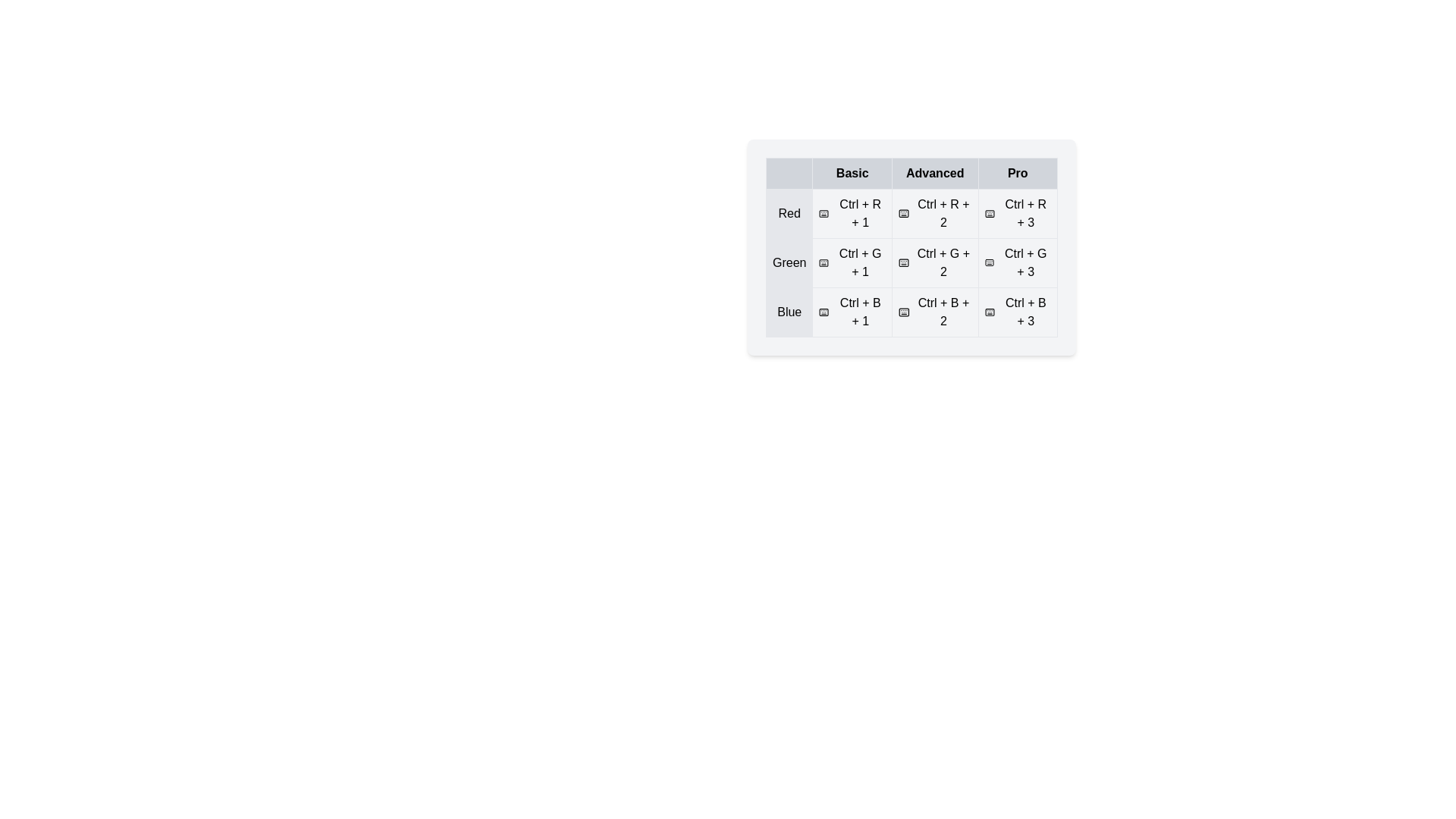  What do you see at coordinates (911, 312) in the screenshot?
I see `the text block labeled 'Advanced' in the third row of the table under the 'Blue' category, which indicates a command or shortcut` at bounding box center [911, 312].